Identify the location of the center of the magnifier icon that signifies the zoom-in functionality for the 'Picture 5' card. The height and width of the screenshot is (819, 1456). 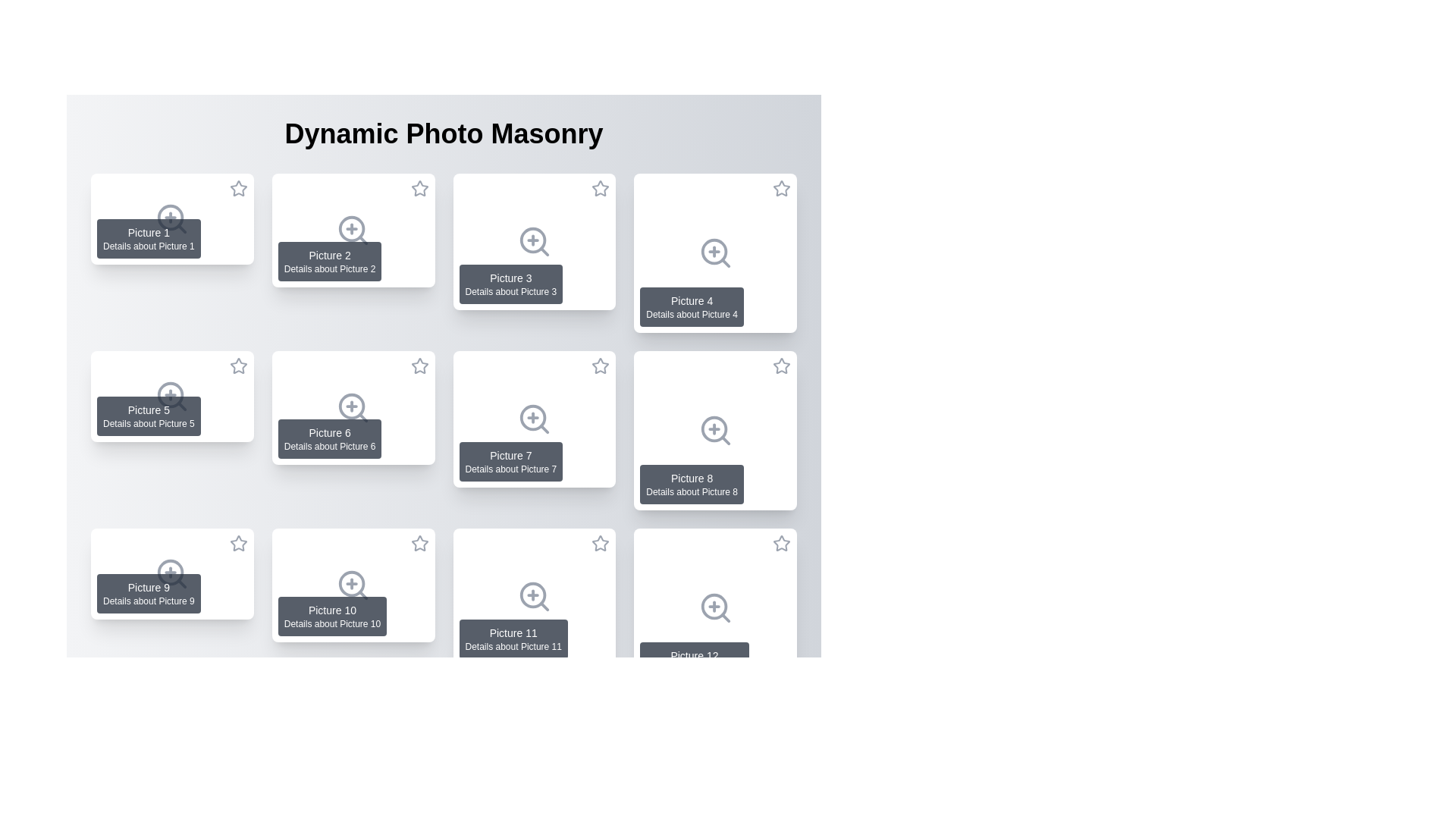
(171, 394).